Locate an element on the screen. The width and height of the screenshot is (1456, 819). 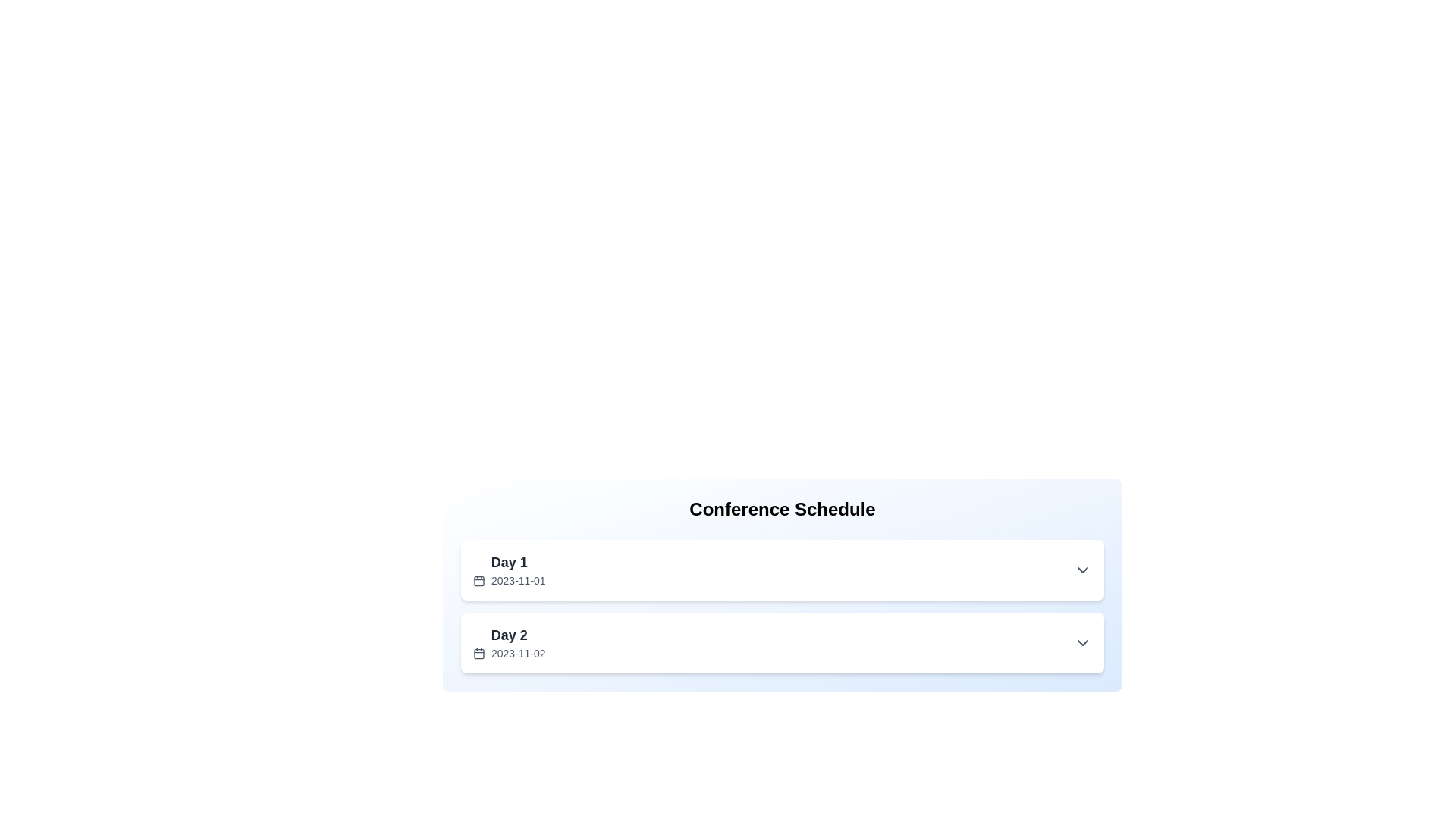
the rectangular base of the calendar icon, which is aligned with the text '2023-11-01' in the 'Day 1' schedule card is located at coordinates (479, 580).